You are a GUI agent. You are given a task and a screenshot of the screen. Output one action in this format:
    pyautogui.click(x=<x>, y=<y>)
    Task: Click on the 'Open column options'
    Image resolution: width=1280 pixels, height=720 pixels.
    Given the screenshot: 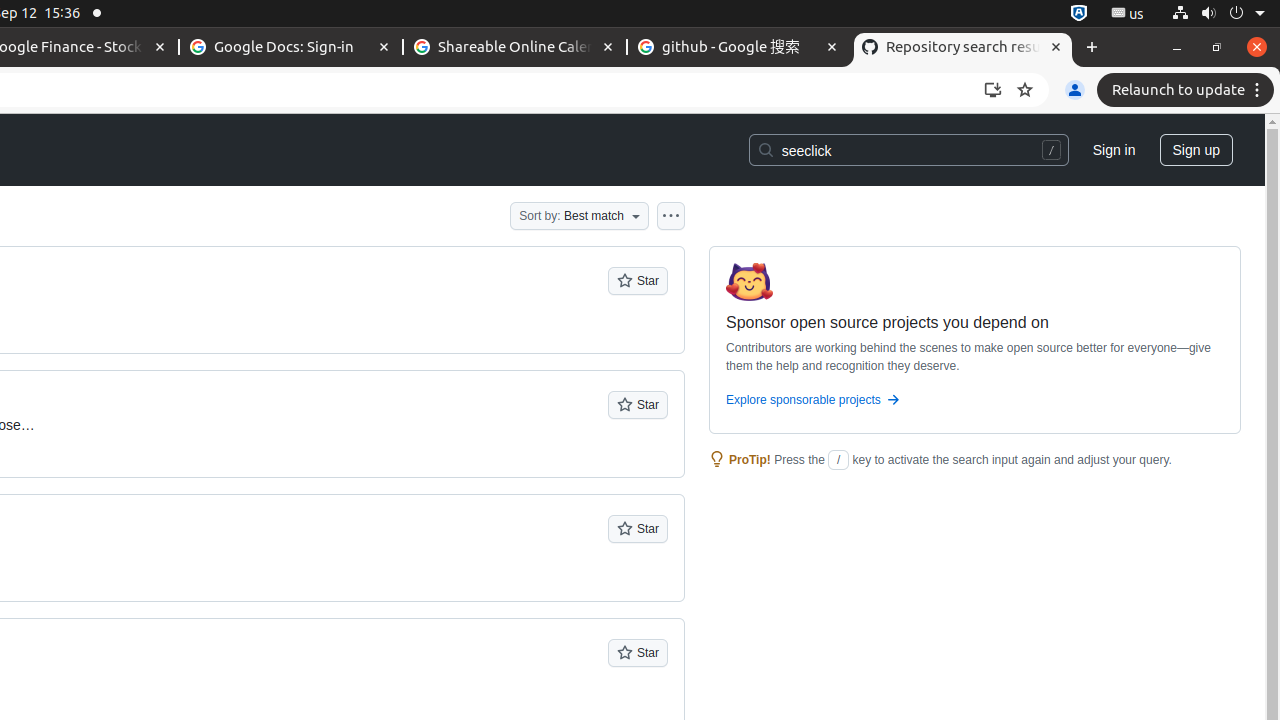 What is the action you would take?
    pyautogui.click(x=670, y=216)
    